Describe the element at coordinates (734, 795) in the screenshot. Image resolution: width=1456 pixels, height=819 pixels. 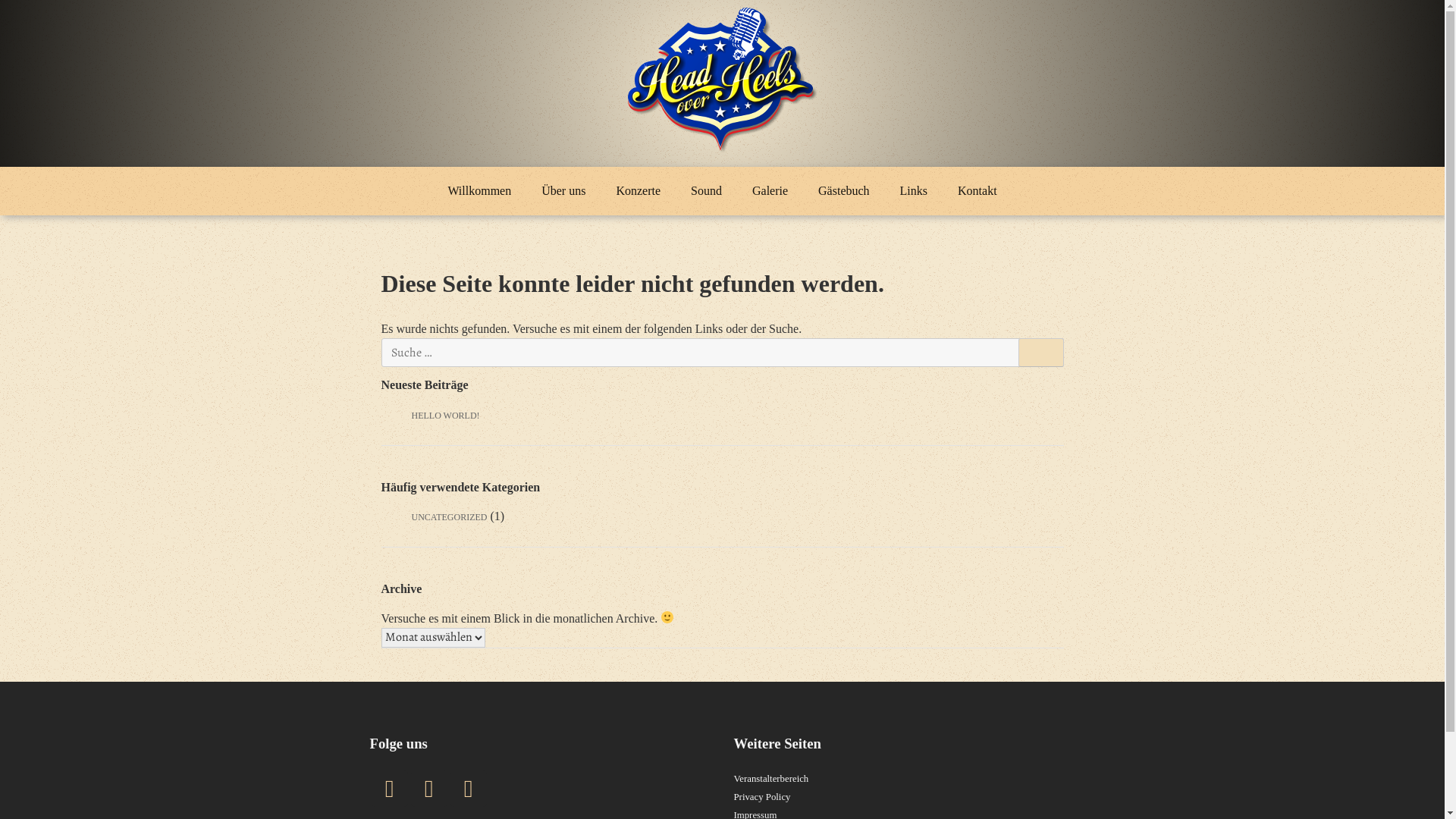
I see `'Privacy Policy'` at that location.